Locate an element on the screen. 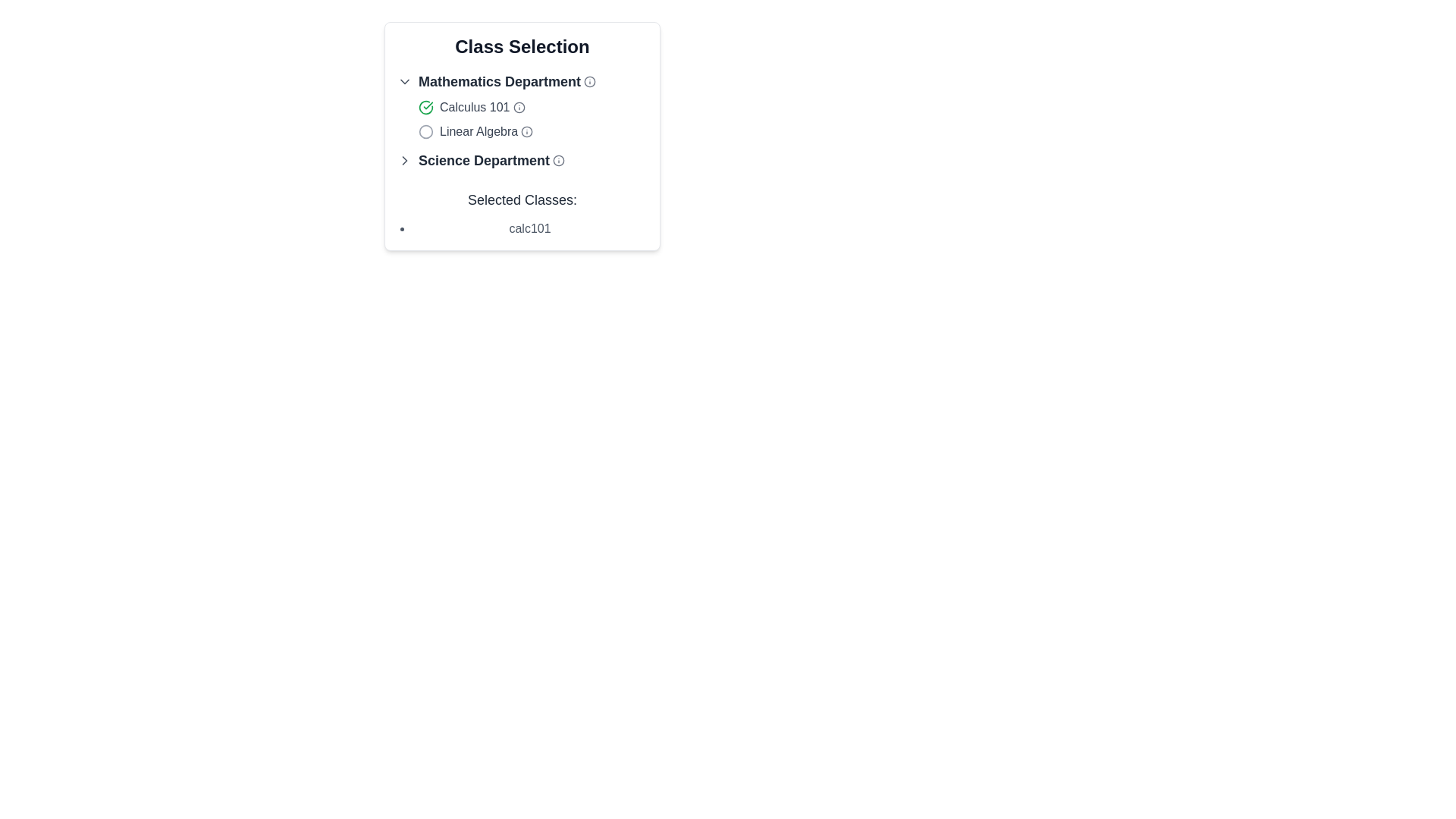  the Text label indicating the selected classes of the user, located near the bottom of a grouped interface list, above 'calc101' is located at coordinates (522, 199).